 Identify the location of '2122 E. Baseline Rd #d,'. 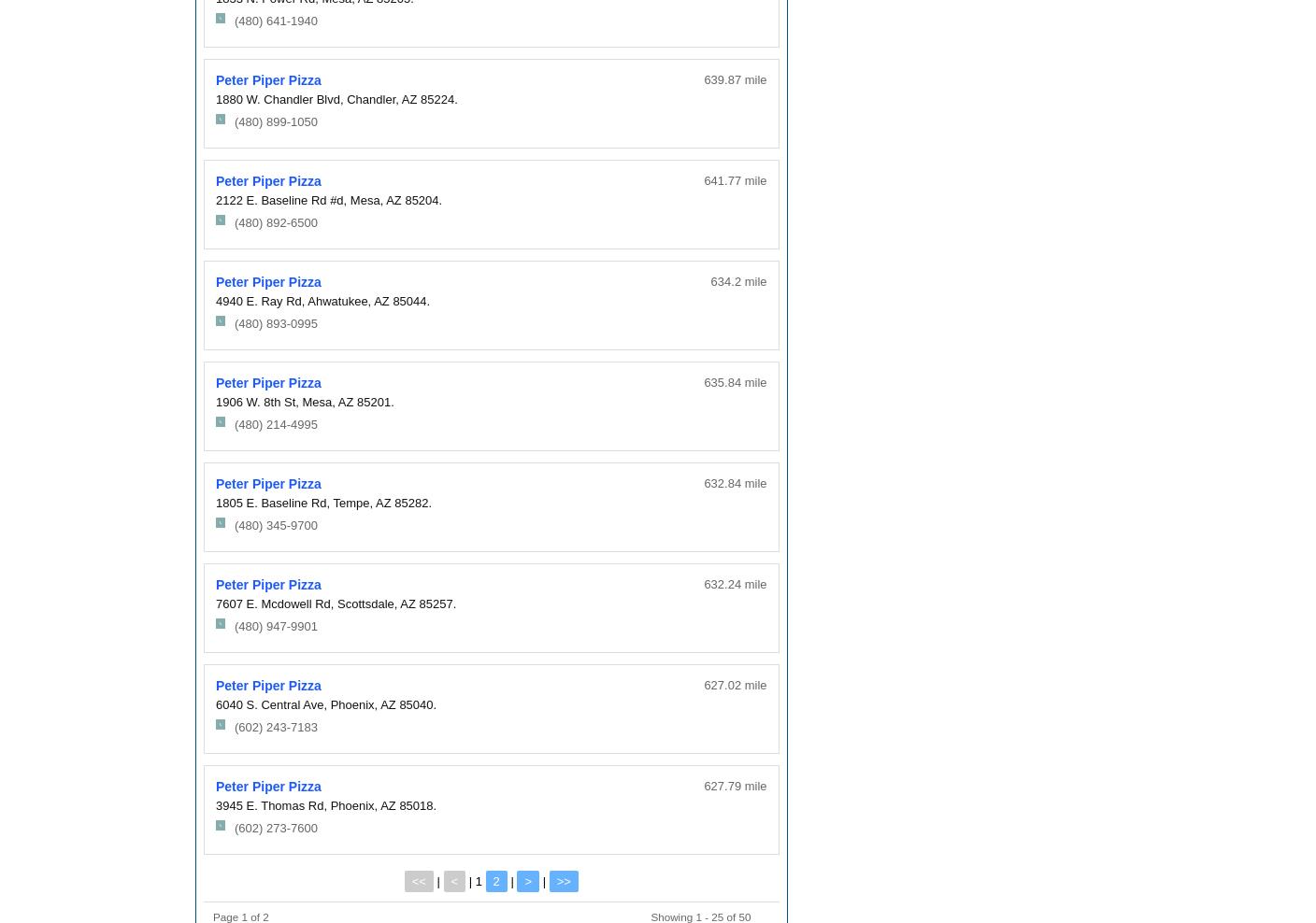
(281, 199).